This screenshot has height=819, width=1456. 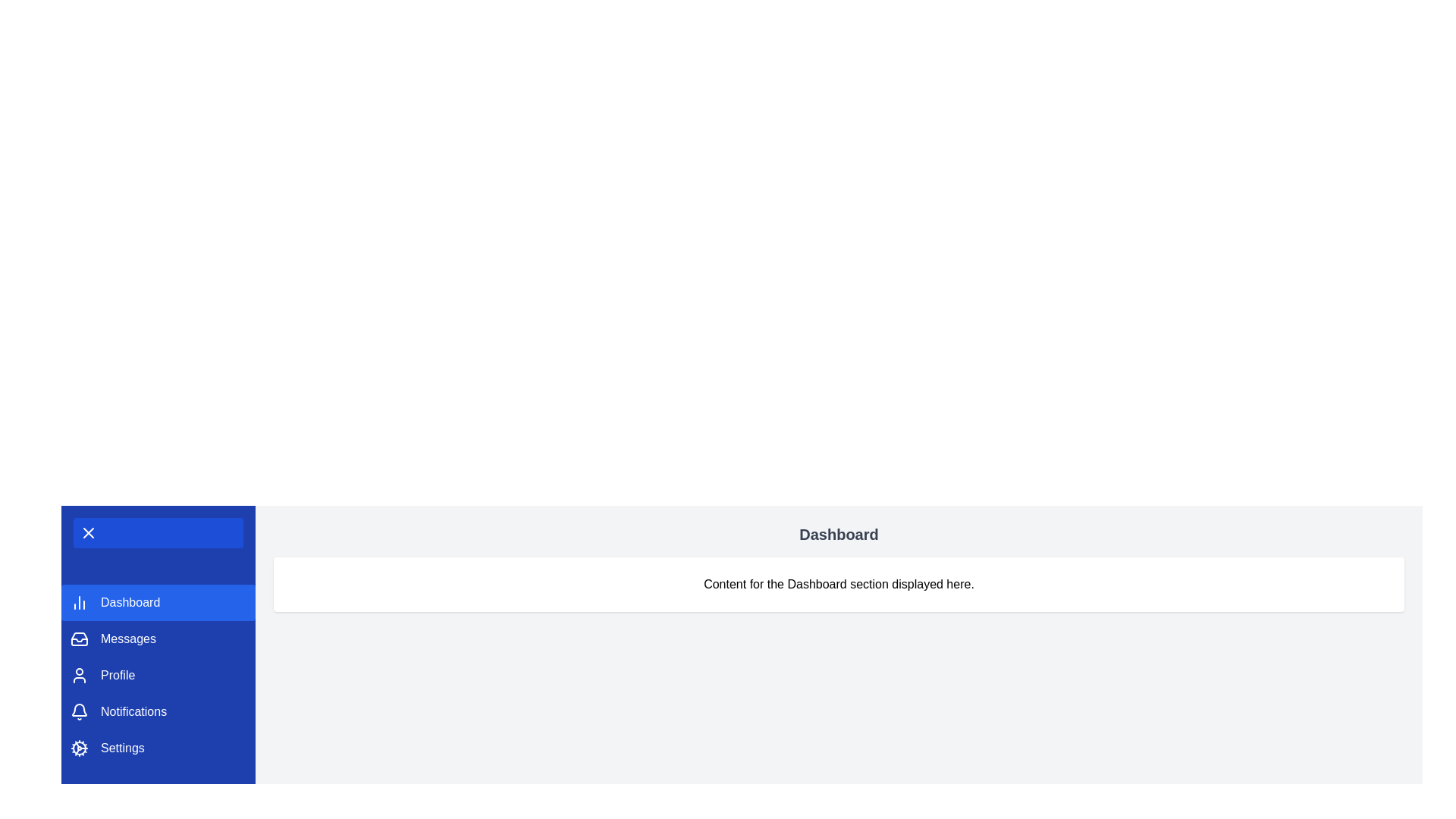 I want to click on the 'Notifications' menu item, which is a button with a bell icon and white text on a blue background, to change its background color, so click(x=158, y=711).